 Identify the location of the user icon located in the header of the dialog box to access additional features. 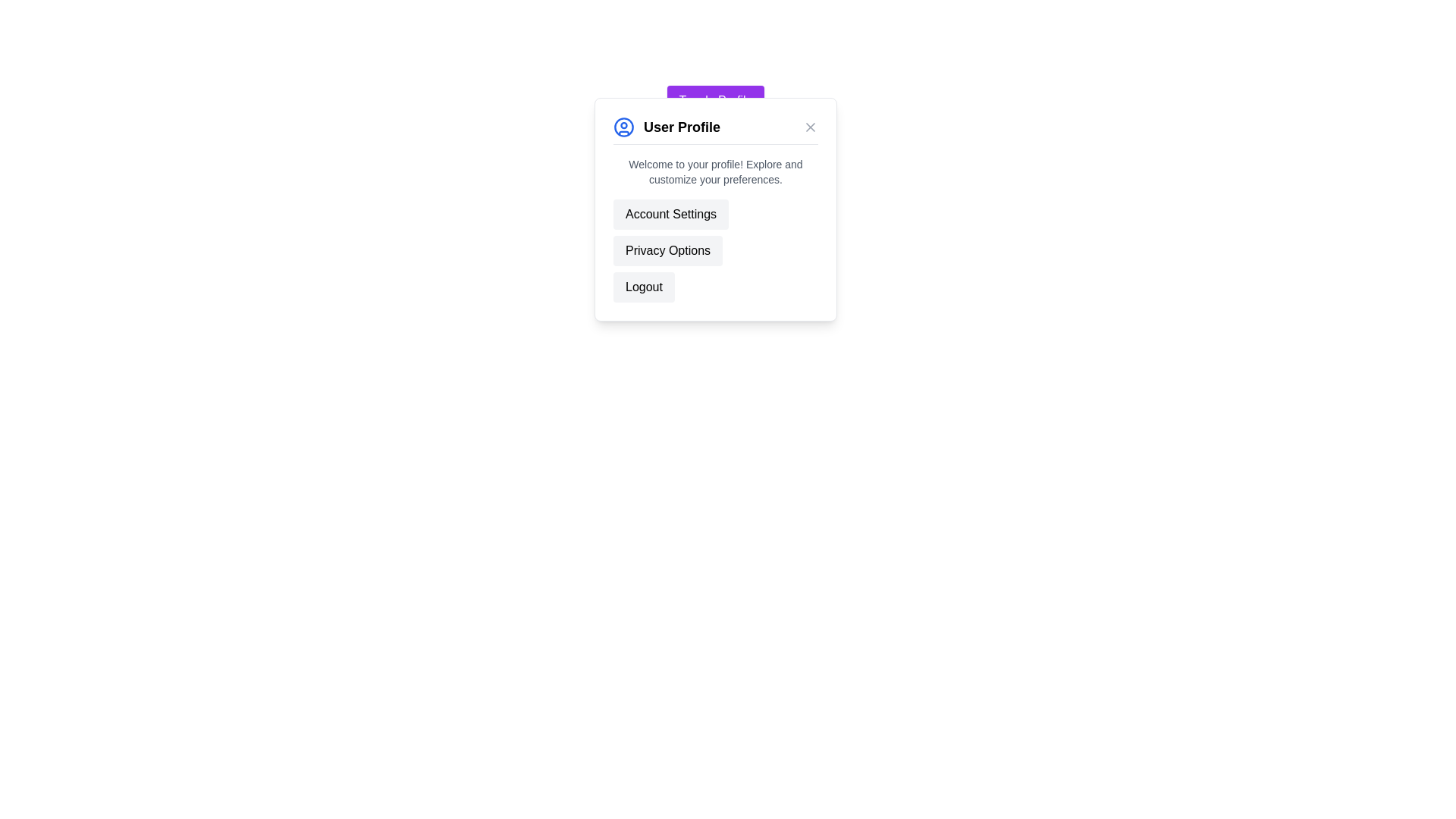
(715, 130).